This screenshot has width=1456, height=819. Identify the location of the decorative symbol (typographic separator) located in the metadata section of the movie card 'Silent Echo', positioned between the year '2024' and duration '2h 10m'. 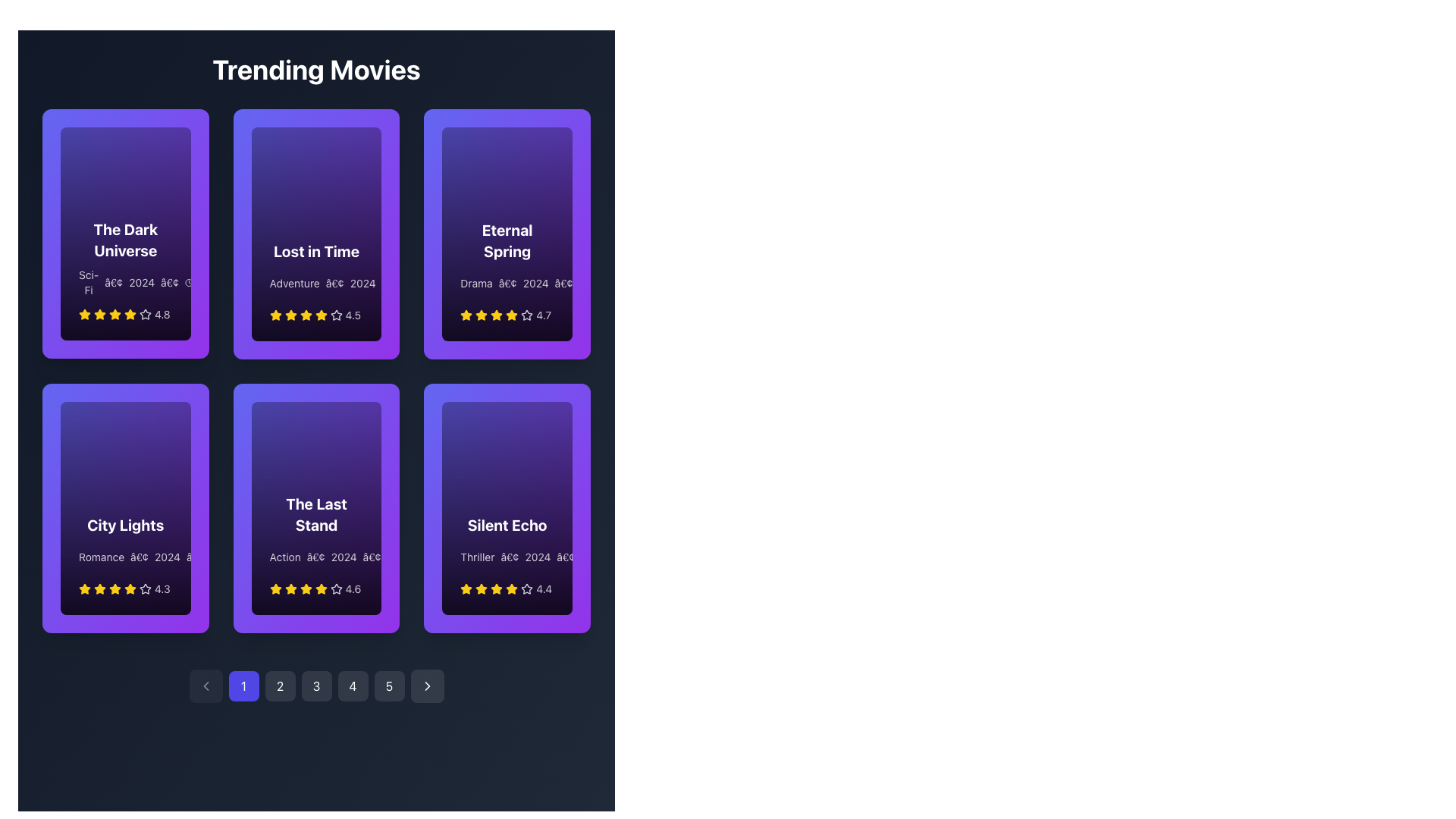
(565, 557).